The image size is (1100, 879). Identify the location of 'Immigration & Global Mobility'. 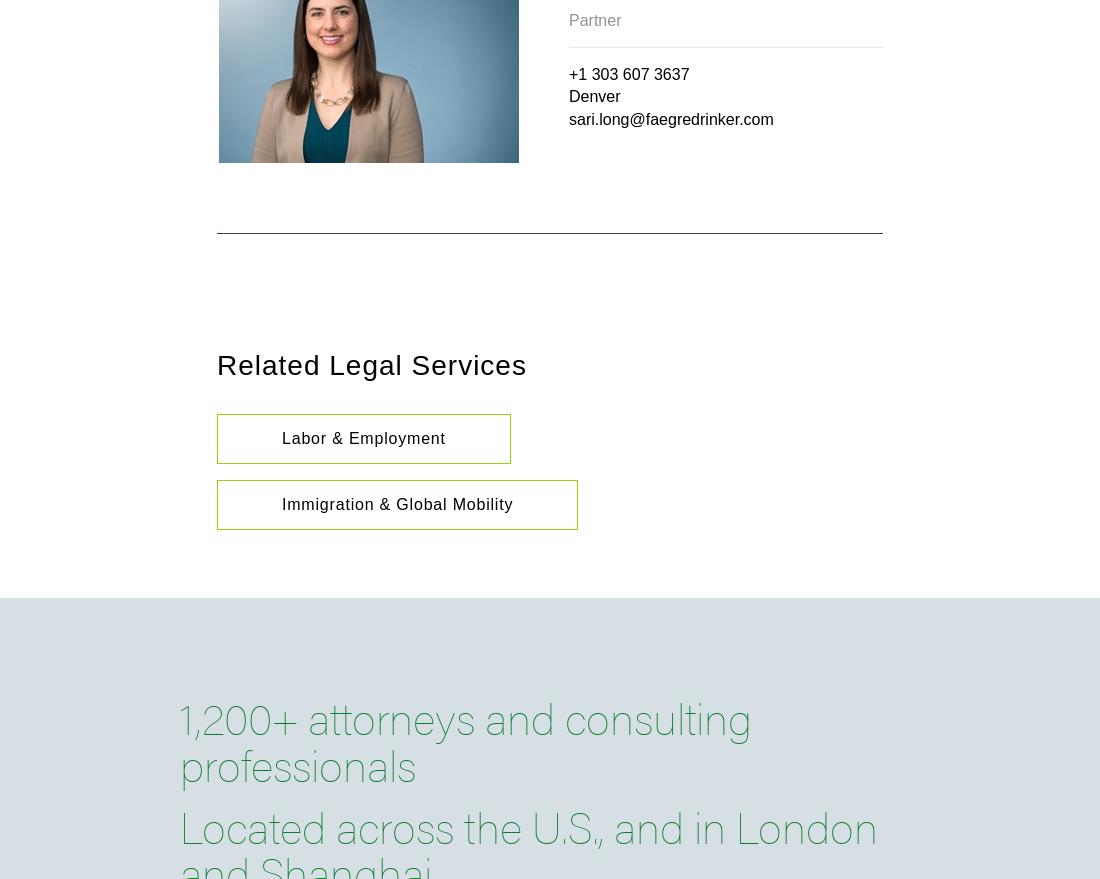
(397, 503).